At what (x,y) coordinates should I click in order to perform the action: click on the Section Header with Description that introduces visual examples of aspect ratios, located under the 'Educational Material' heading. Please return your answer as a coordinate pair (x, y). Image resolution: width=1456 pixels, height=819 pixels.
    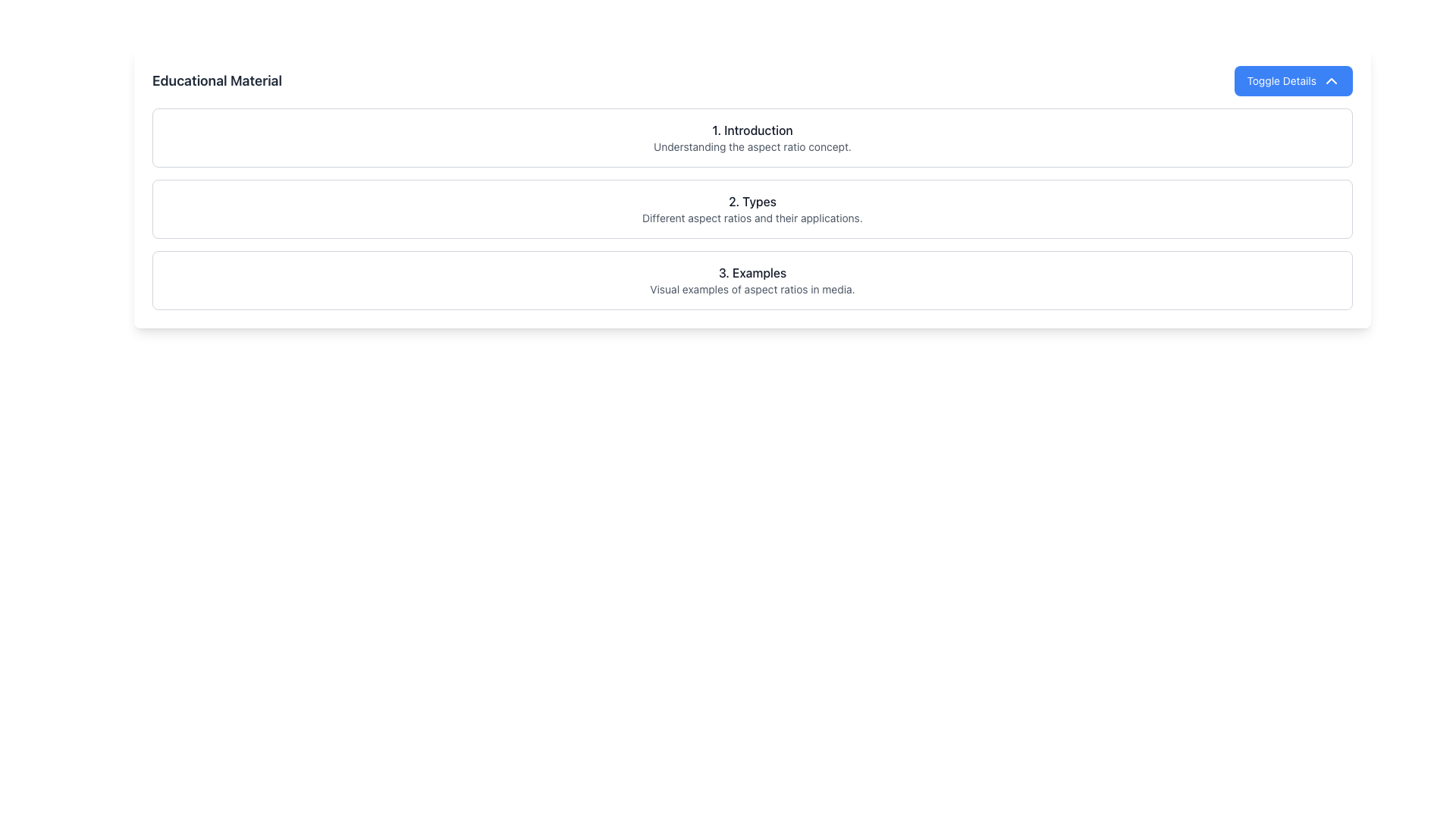
    Looking at the image, I should click on (752, 281).